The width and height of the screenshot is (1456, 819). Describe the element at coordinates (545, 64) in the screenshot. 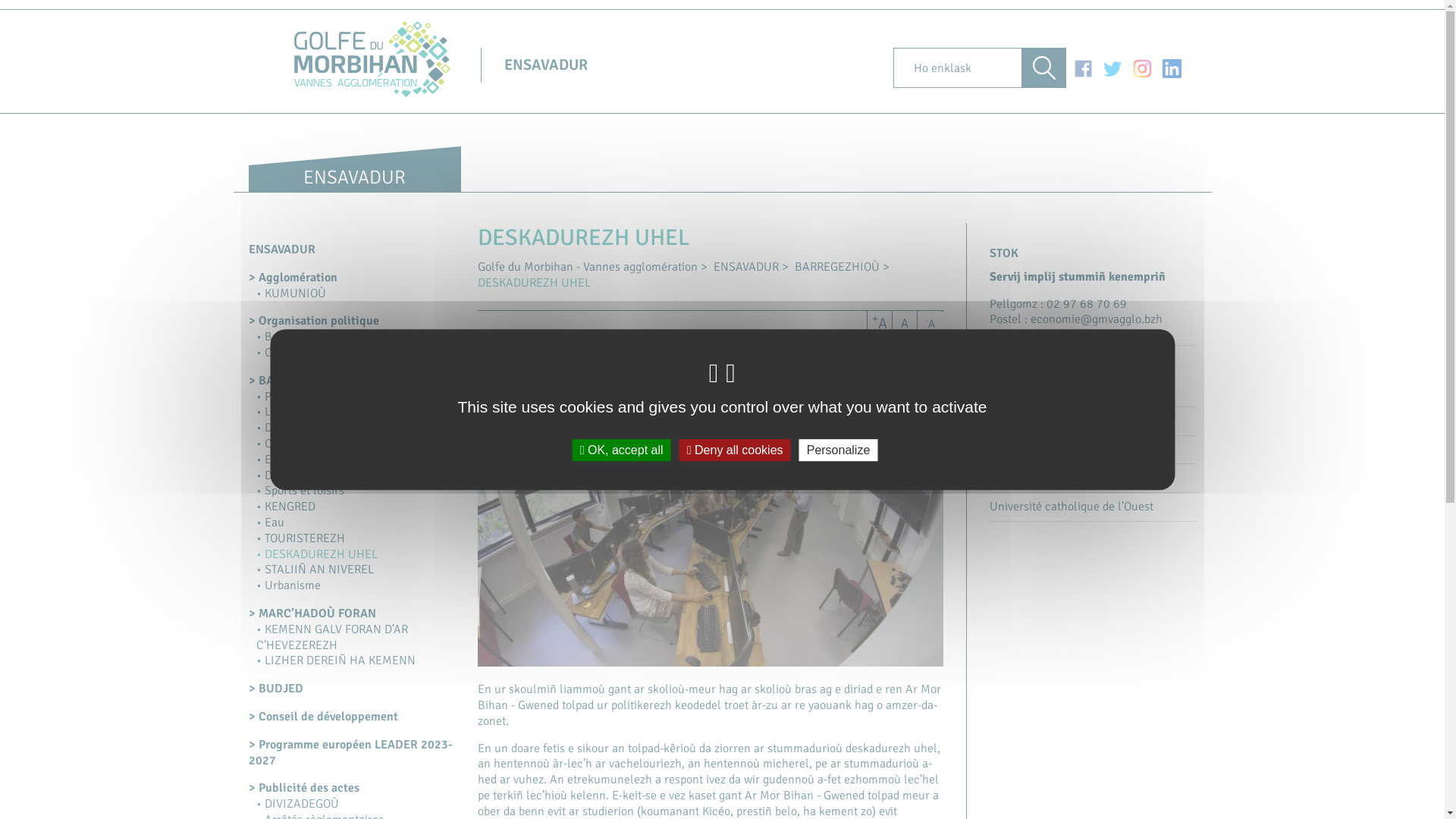

I see `'ENSAVADUR'` at that location.